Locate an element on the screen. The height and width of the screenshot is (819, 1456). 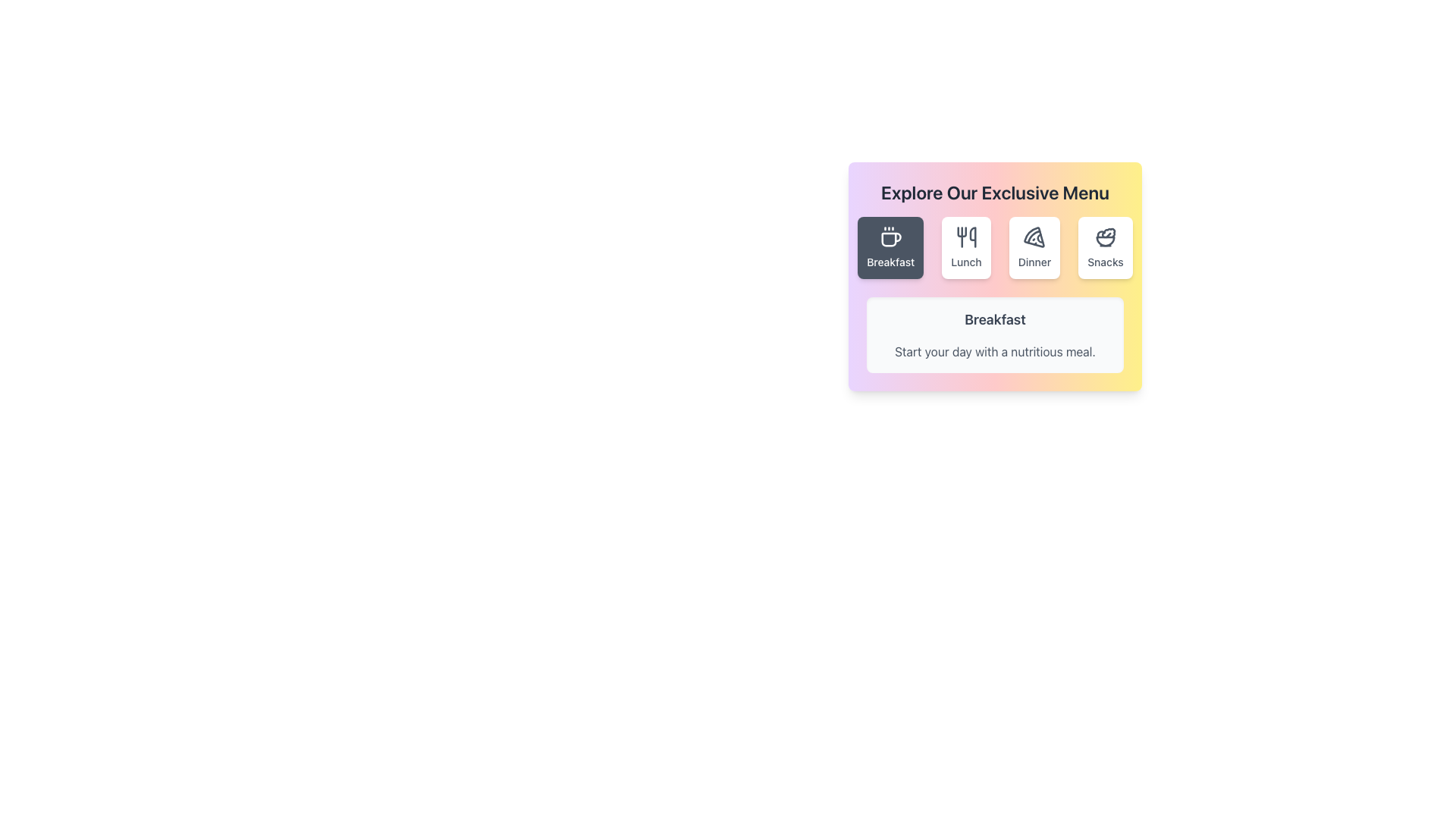
the lunch icon located in the second button of the menu labeled 'Explore Our Exclusive Menu', positioned between 'Breakfast' and 'Dinner' is located at coordinates (965, 237).